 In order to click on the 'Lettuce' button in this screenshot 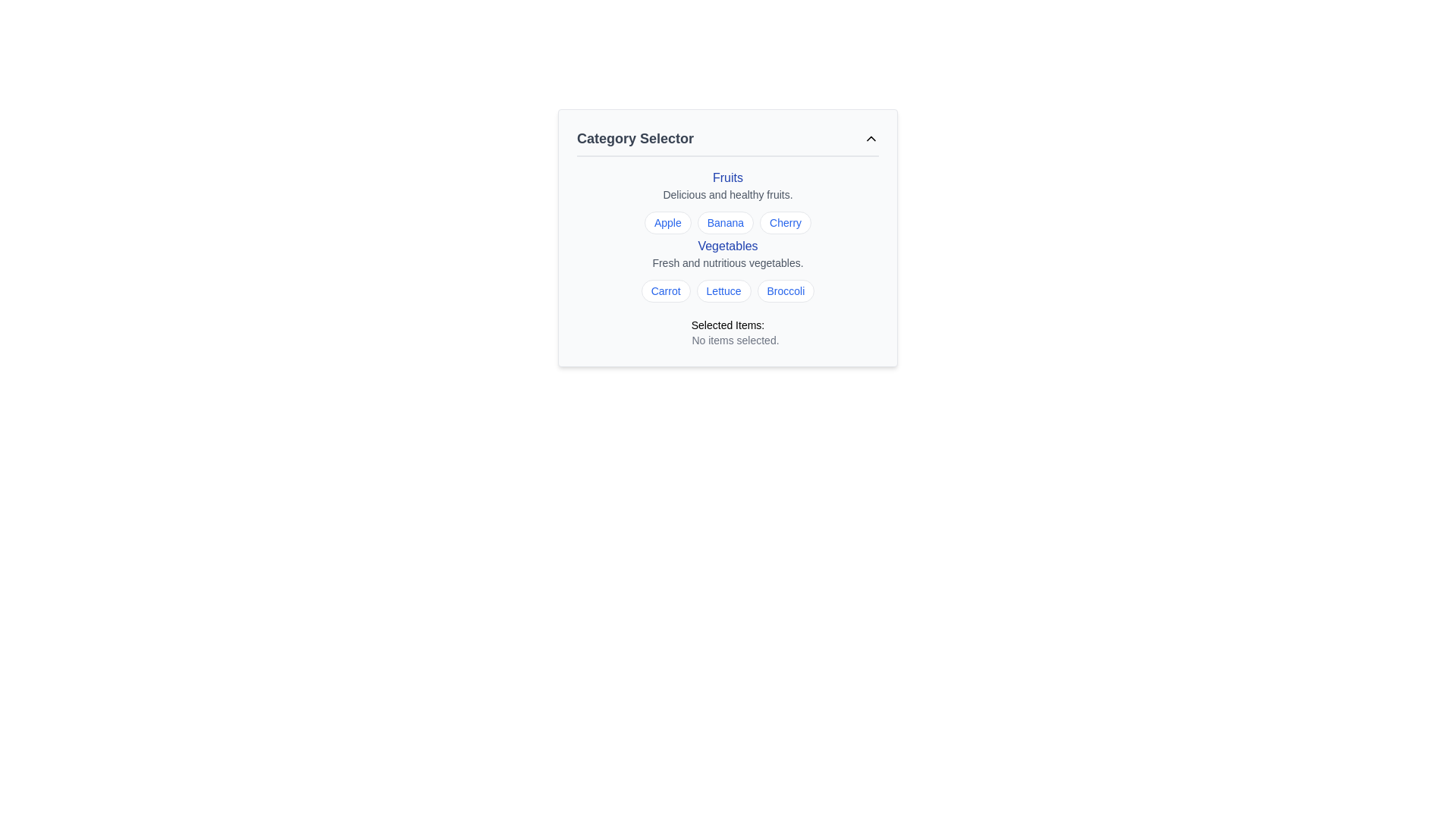, I will do `click(723, 291)`.